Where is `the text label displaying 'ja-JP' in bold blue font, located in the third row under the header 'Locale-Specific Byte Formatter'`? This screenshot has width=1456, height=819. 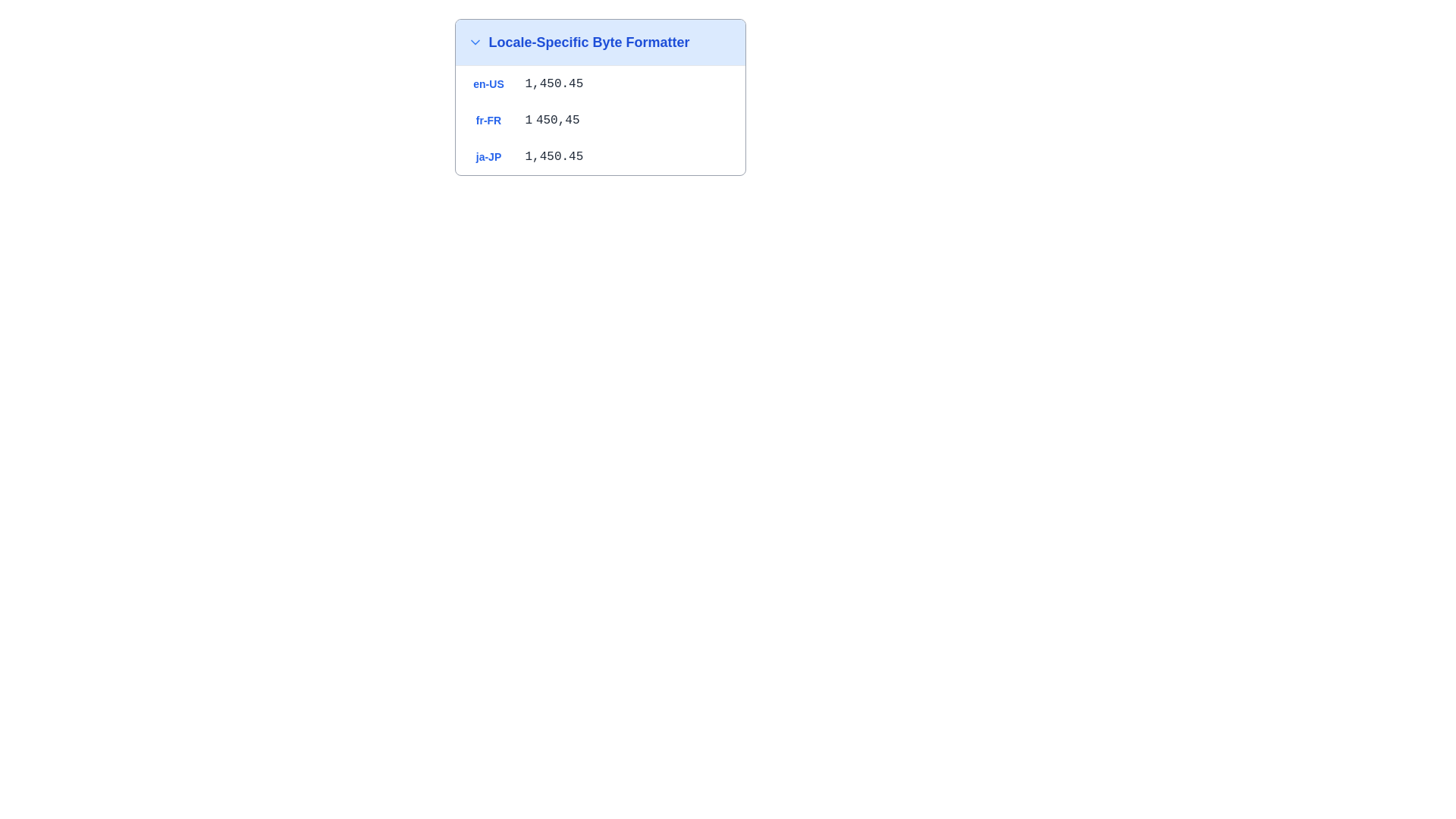 the text label displaying 'ja-JP' in bold blue font, located in the third row under the header 'Locale-Specific Byte Formatter' is located at coordinates (488, 157).